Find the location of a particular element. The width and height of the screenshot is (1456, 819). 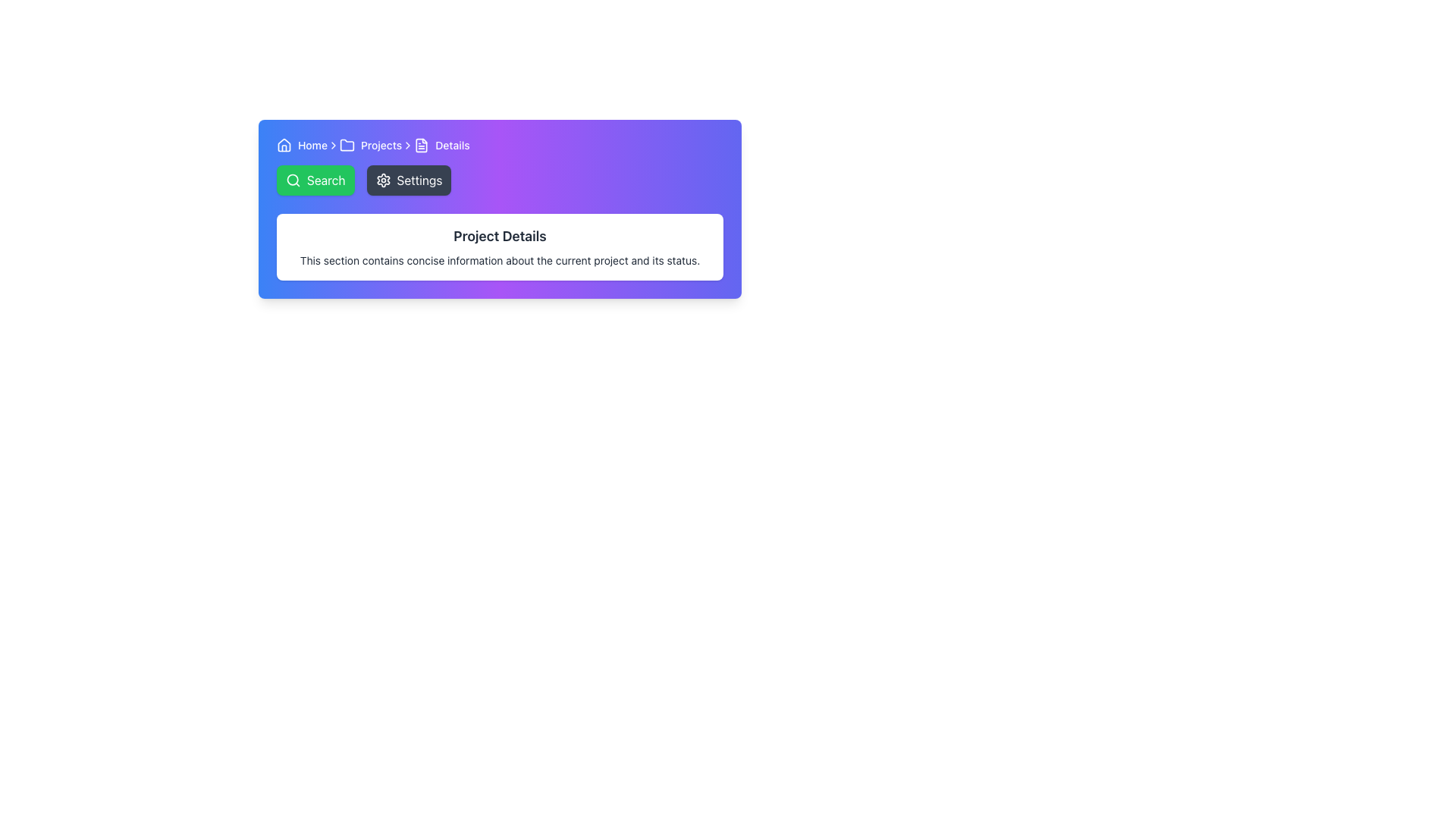

small circular icon with a magnifying glass graphic, located inside the green 'Search' button, by performing a right-click action is located at coordinates (293, 180).